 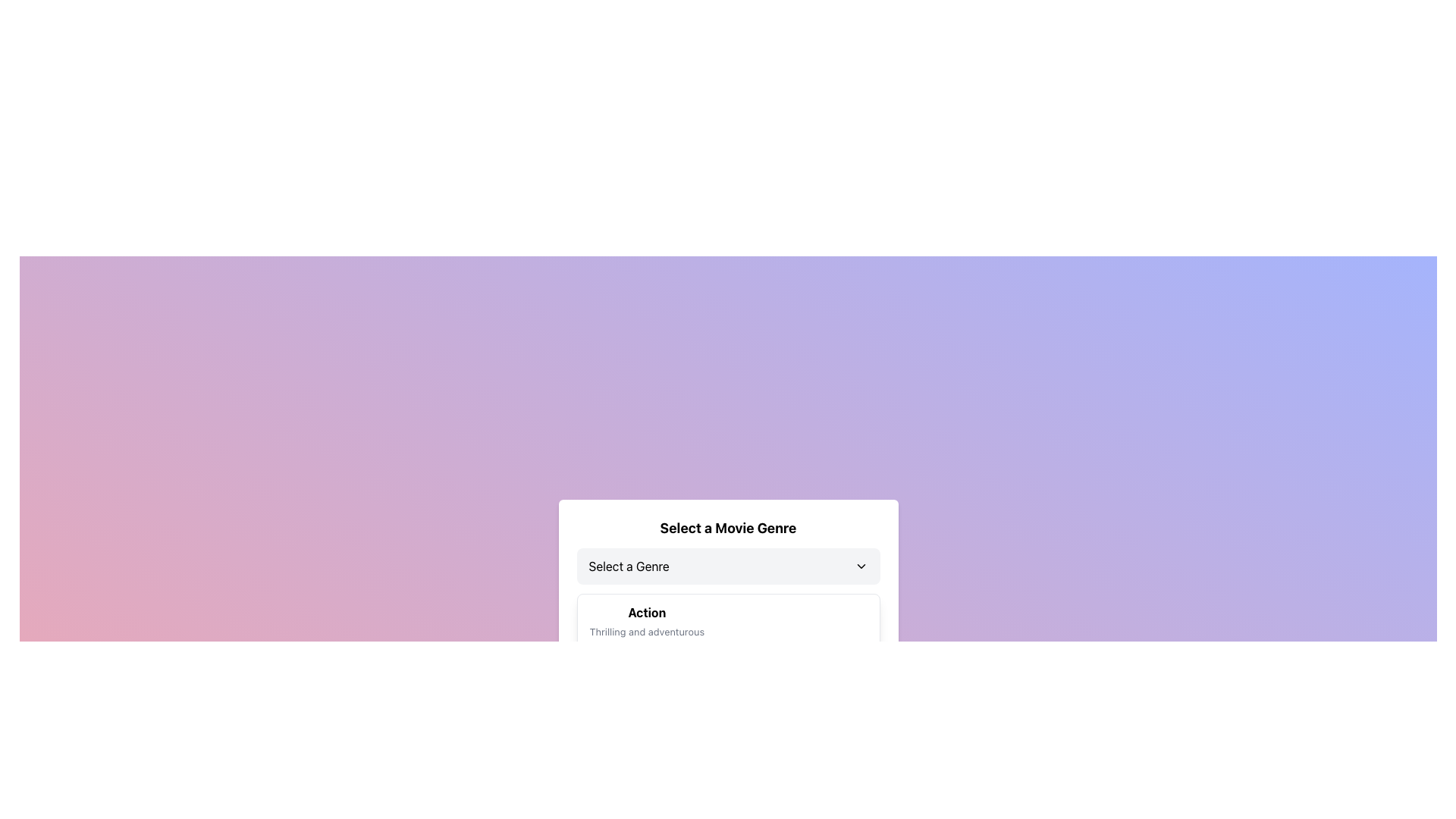 What do you see at coordinates (647, 622) in the screenshot?
I see `the list item containing the text 'Action' and 'Thrilling and adventurous' using keyboard navigation to focus on it` at bounding box center [647, 622].